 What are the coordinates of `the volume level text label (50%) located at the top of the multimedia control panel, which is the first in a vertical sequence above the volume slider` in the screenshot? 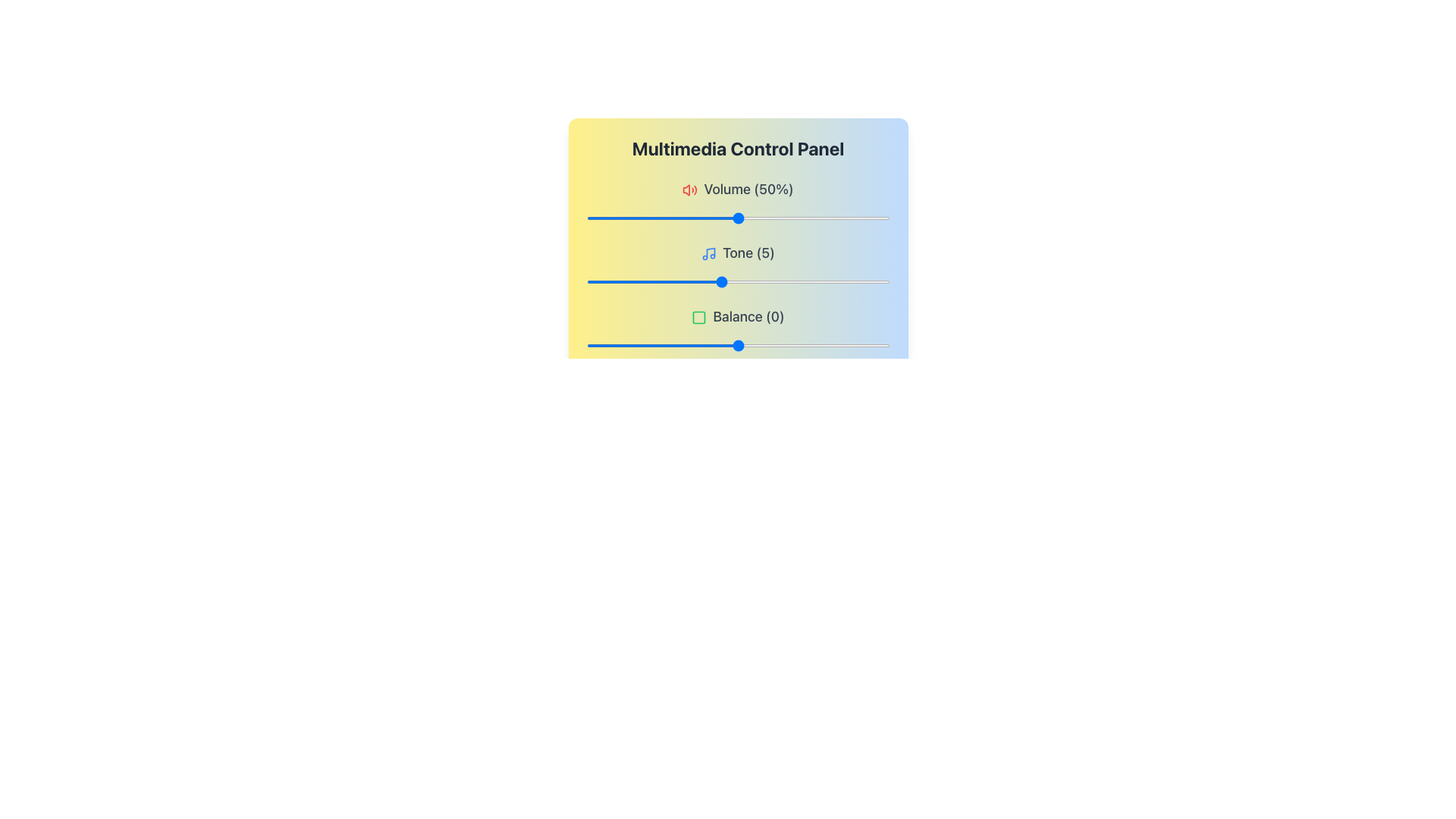 It's located at (738, 189).